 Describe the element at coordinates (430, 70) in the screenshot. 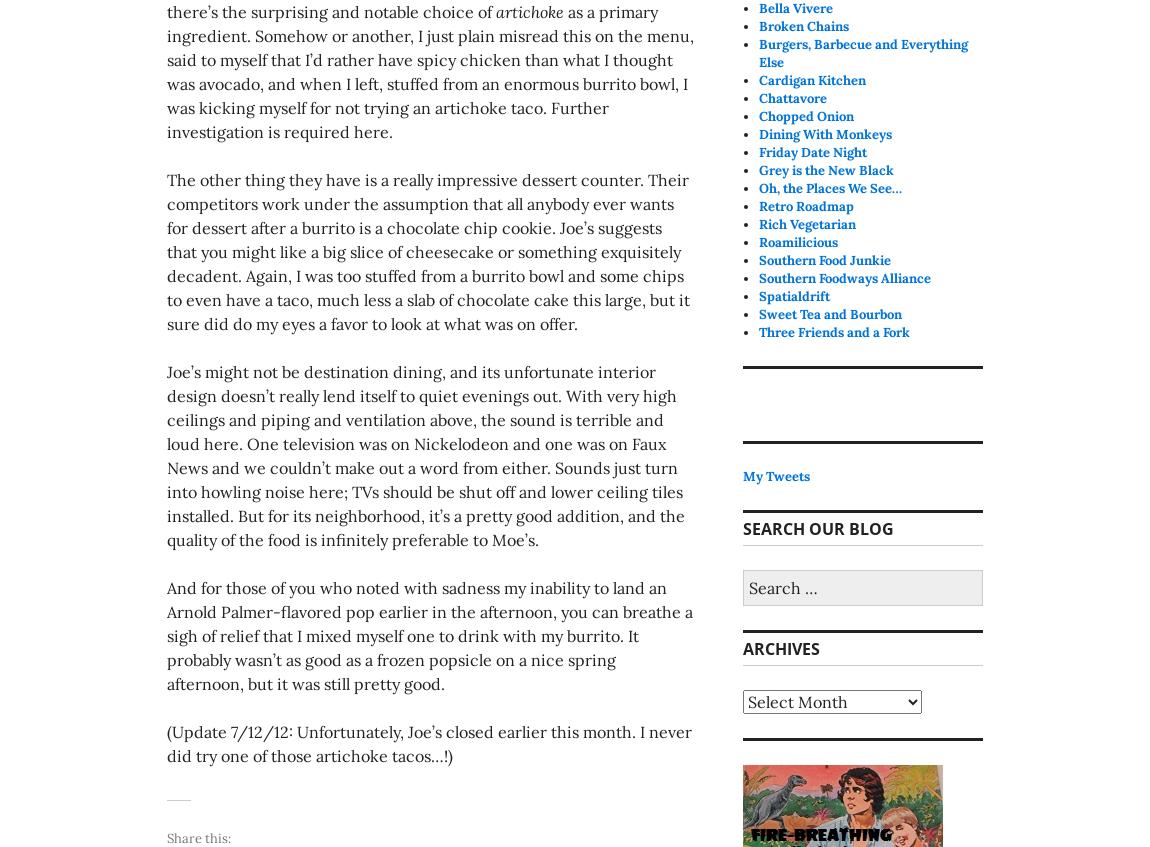

I see `'as a primary ingredient.  Somehow or another, I just plain misread this on the menu, said to myself that I’d rather have spicy chicken than what I thought was avocado, and when I left, stuffed from an enormous burrito bowl, I was kicking myself for not trying an artichoke taco.  Further investigation is required here.'` at that location.